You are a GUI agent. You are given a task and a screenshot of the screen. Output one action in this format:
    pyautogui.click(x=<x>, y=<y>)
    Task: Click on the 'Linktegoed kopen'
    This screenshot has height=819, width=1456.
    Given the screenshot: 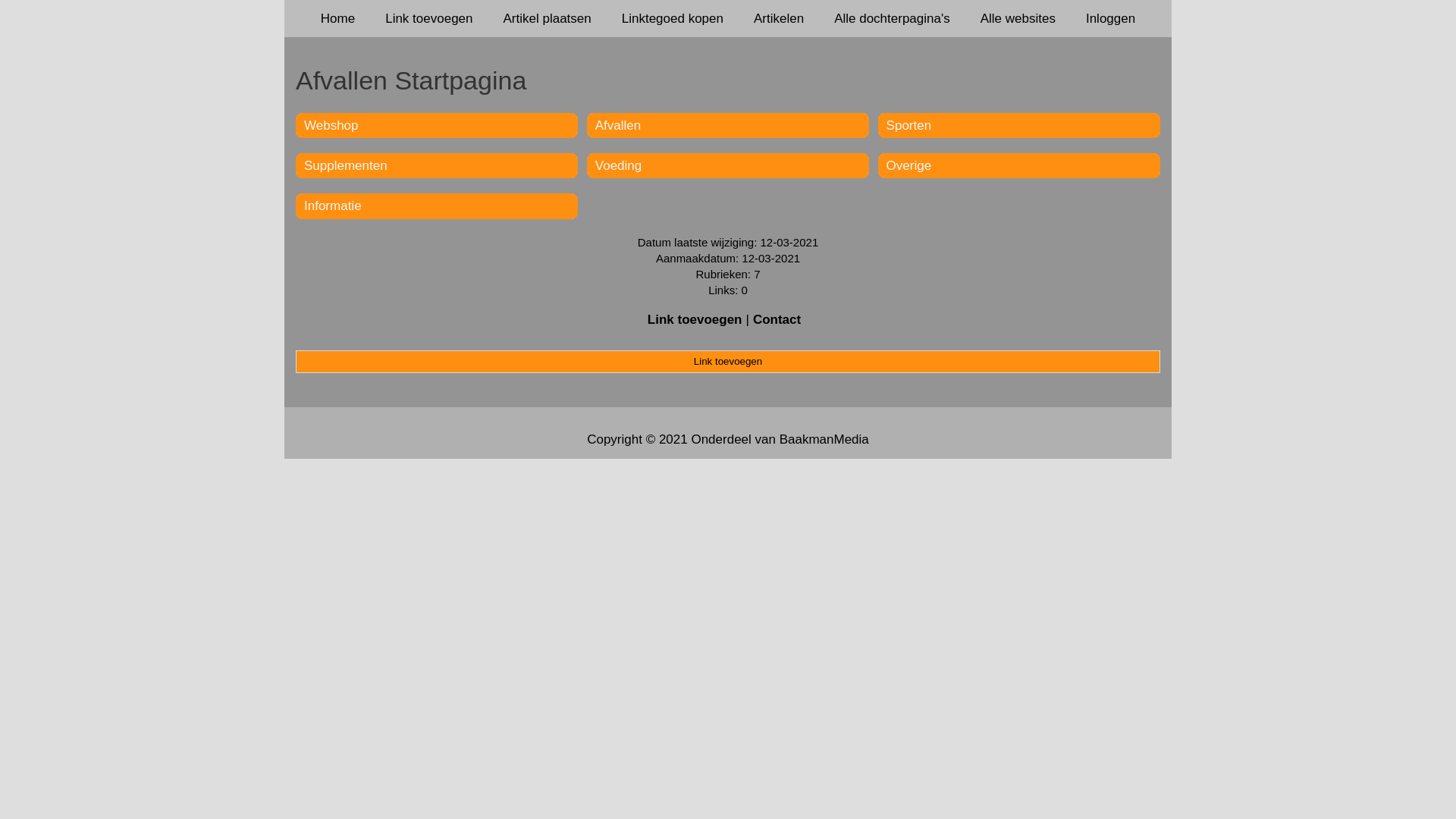 What is the action you would take?
    pyautogui.click(x=672, y=18)
    